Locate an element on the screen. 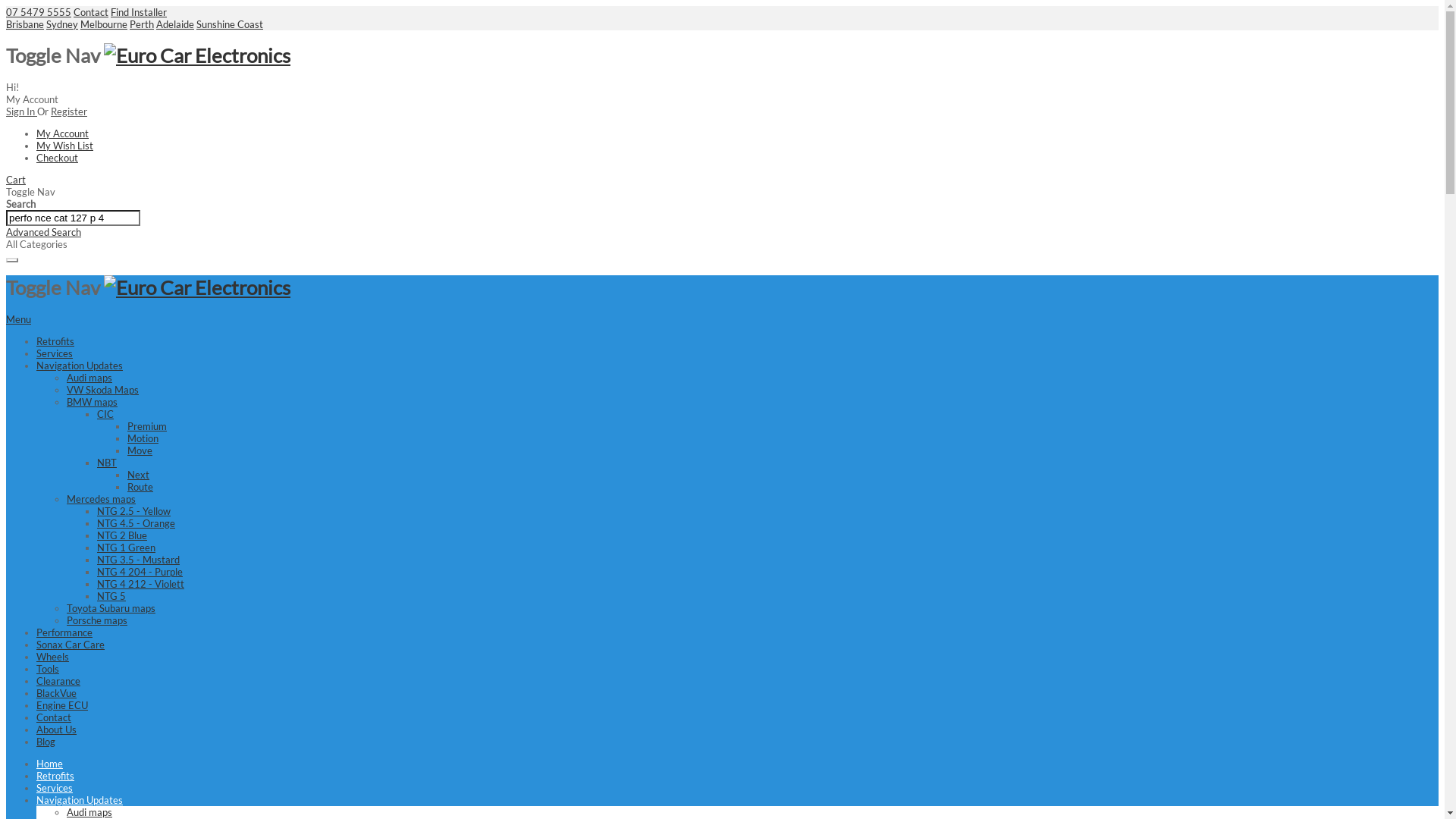 The width and height of the screenshot is (1456, 819). 'Advanced Search' is located at coordinates (43, 231).